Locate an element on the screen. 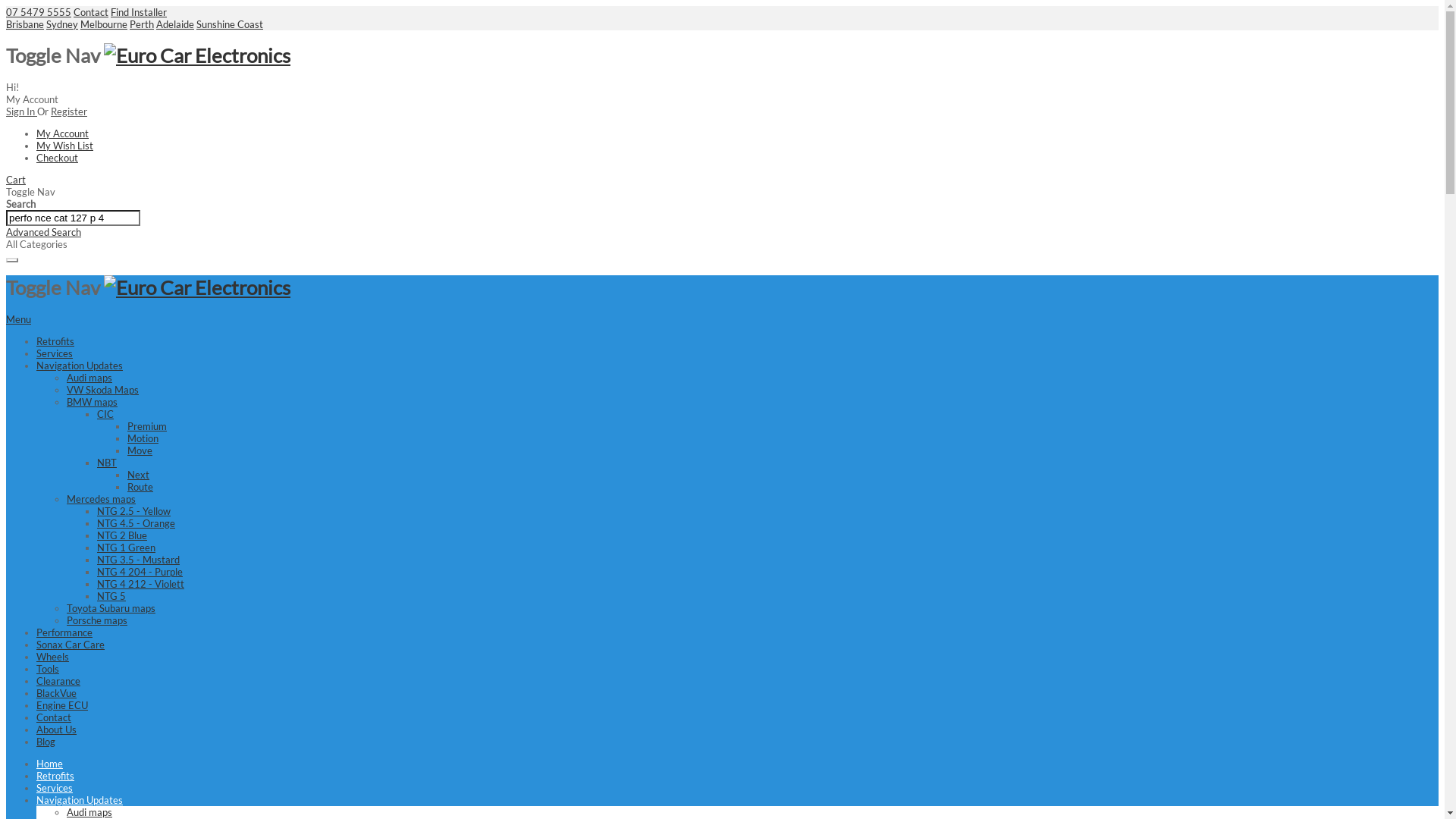 The width and height of the screenshot is (1456, 819). 'Advanced Search' is located at coordinates (43, 231).